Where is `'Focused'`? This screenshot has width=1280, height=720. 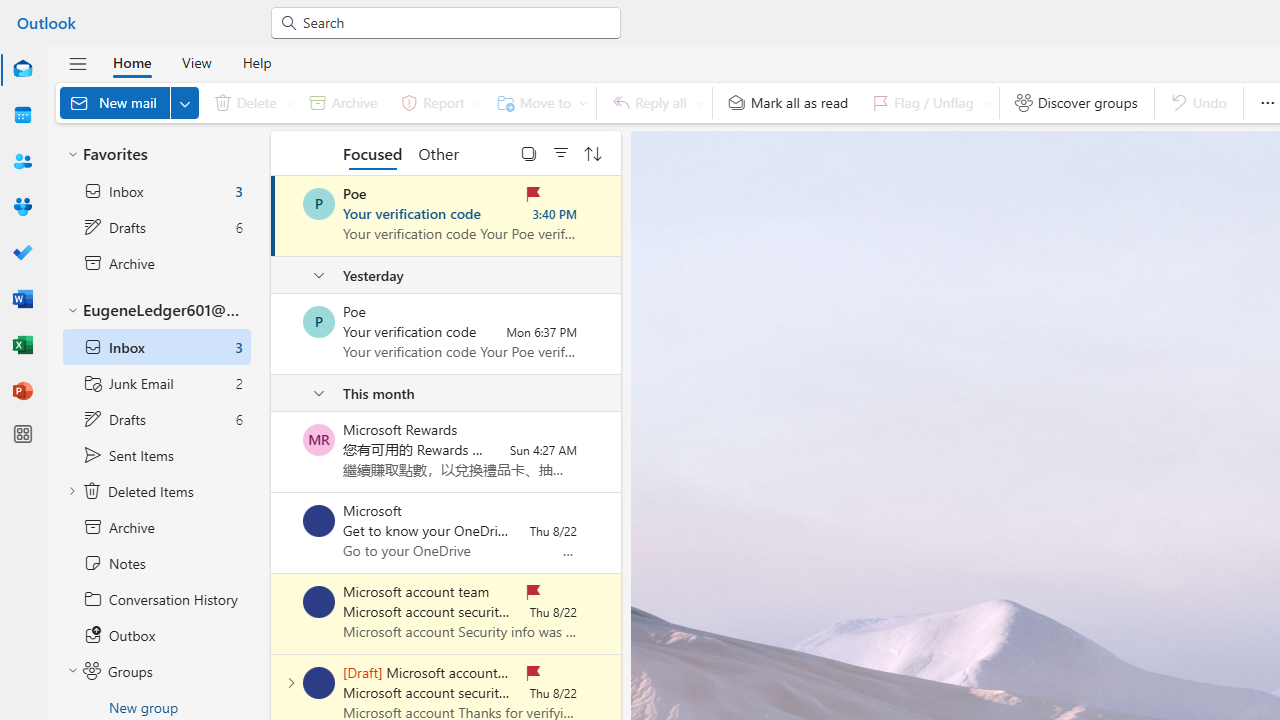
'Focused' is located at coordinates (373, 152).